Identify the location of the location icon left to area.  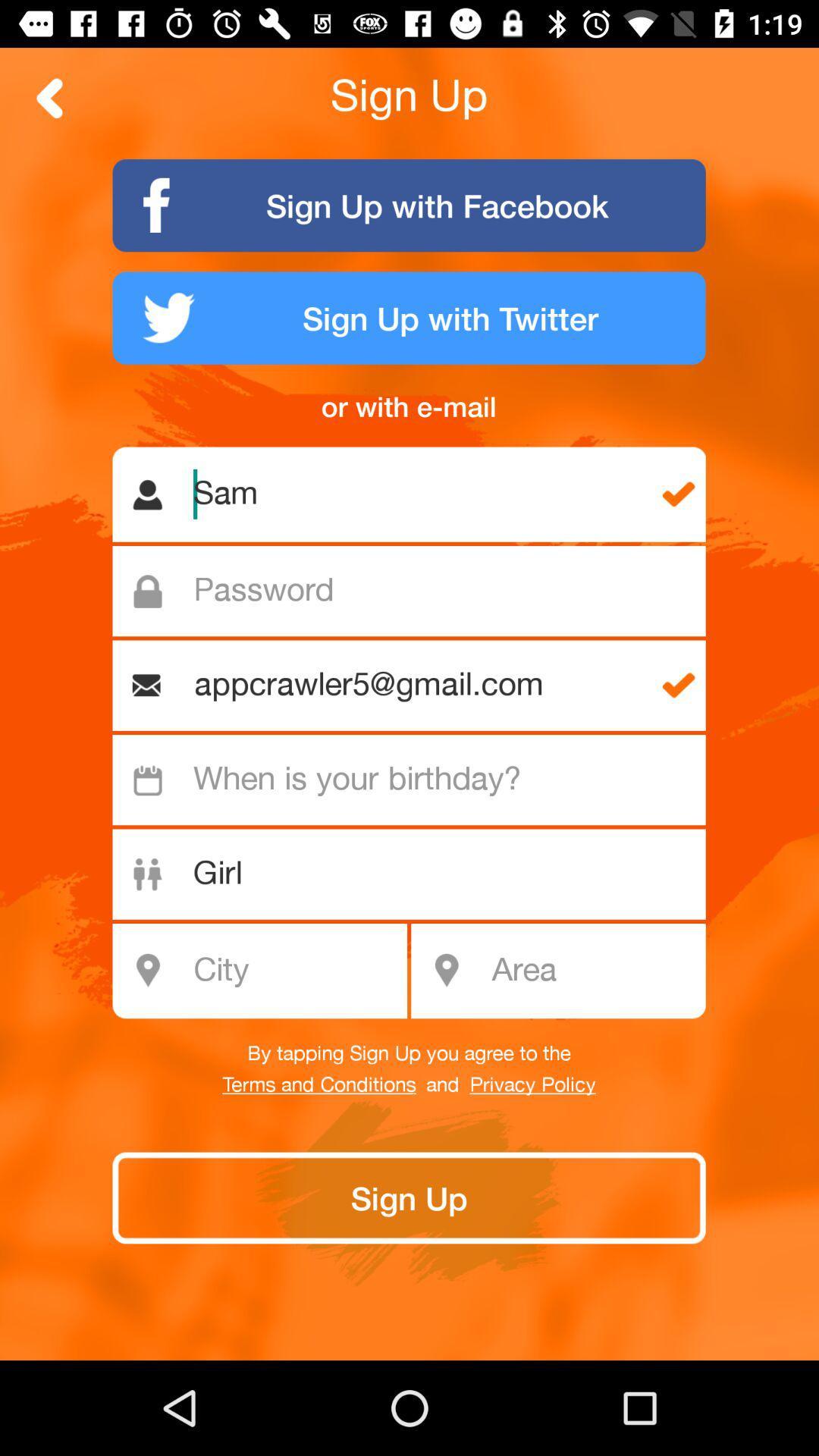
(445, 971).